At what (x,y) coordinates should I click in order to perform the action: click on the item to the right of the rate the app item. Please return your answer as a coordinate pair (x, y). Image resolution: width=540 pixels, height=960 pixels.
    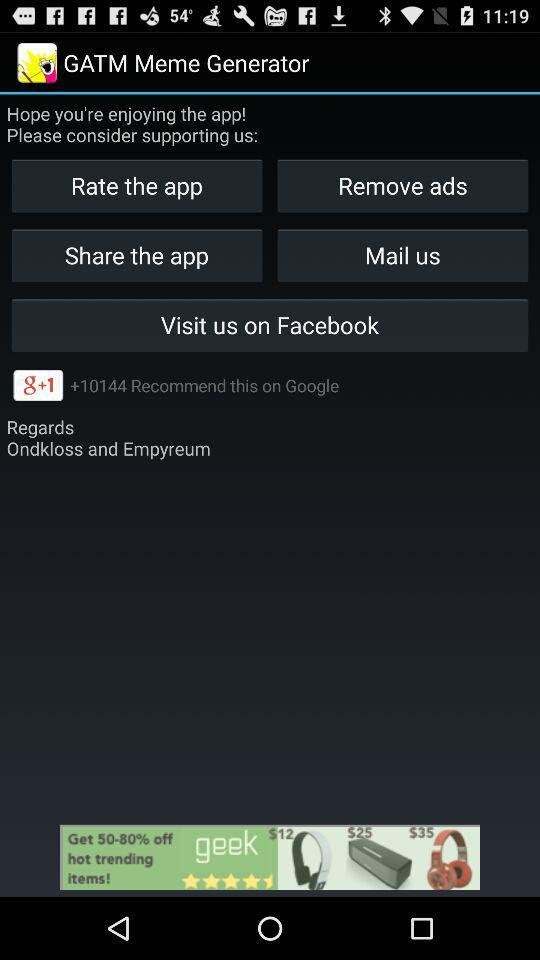
    Looking at the image, I should click on (402, 254).